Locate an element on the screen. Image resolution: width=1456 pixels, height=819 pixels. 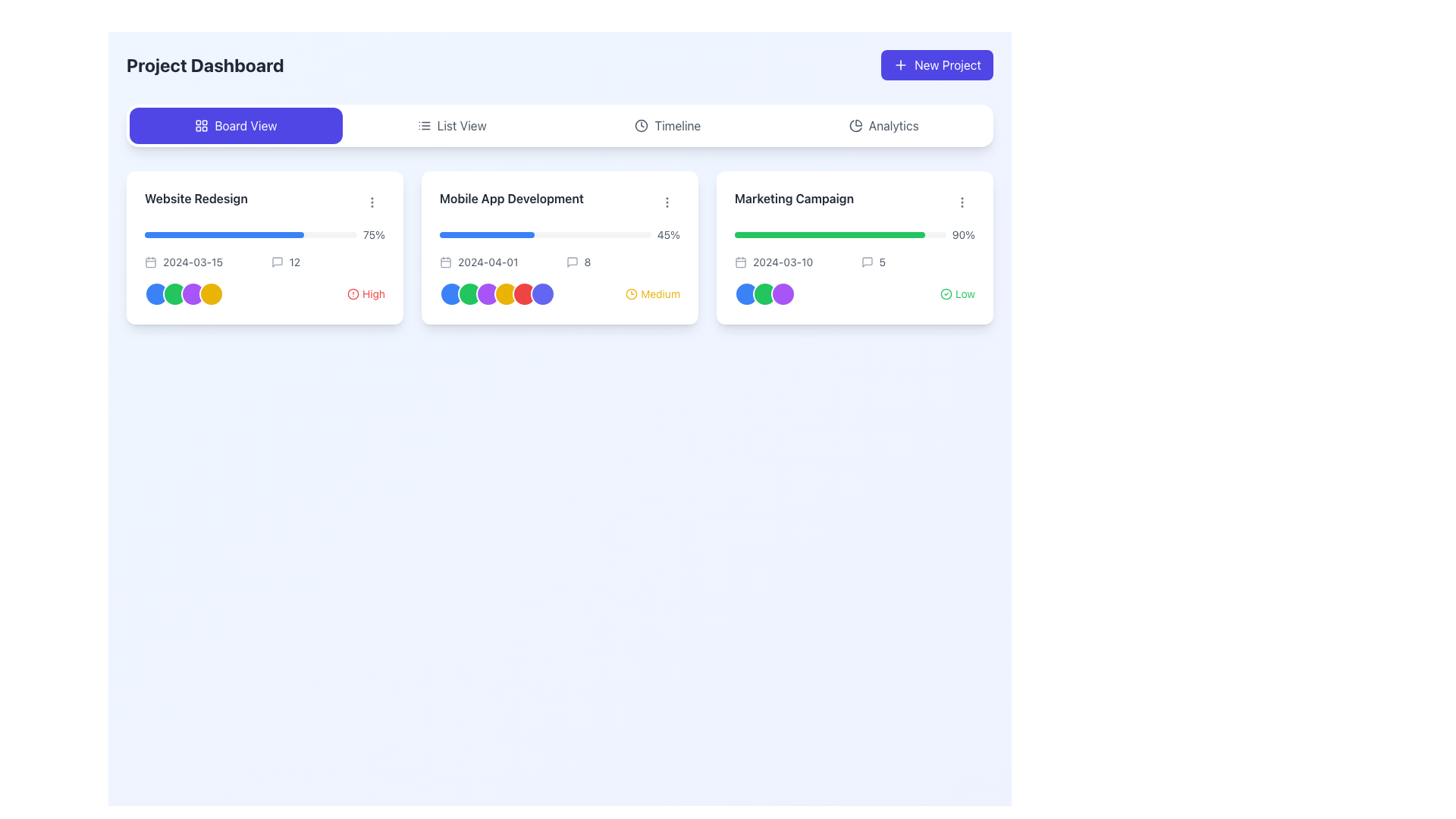
the title text labeled 'Website Redesign', which is the first text label positioned prominently at the top left of the card is located at coordinates (195, 198).